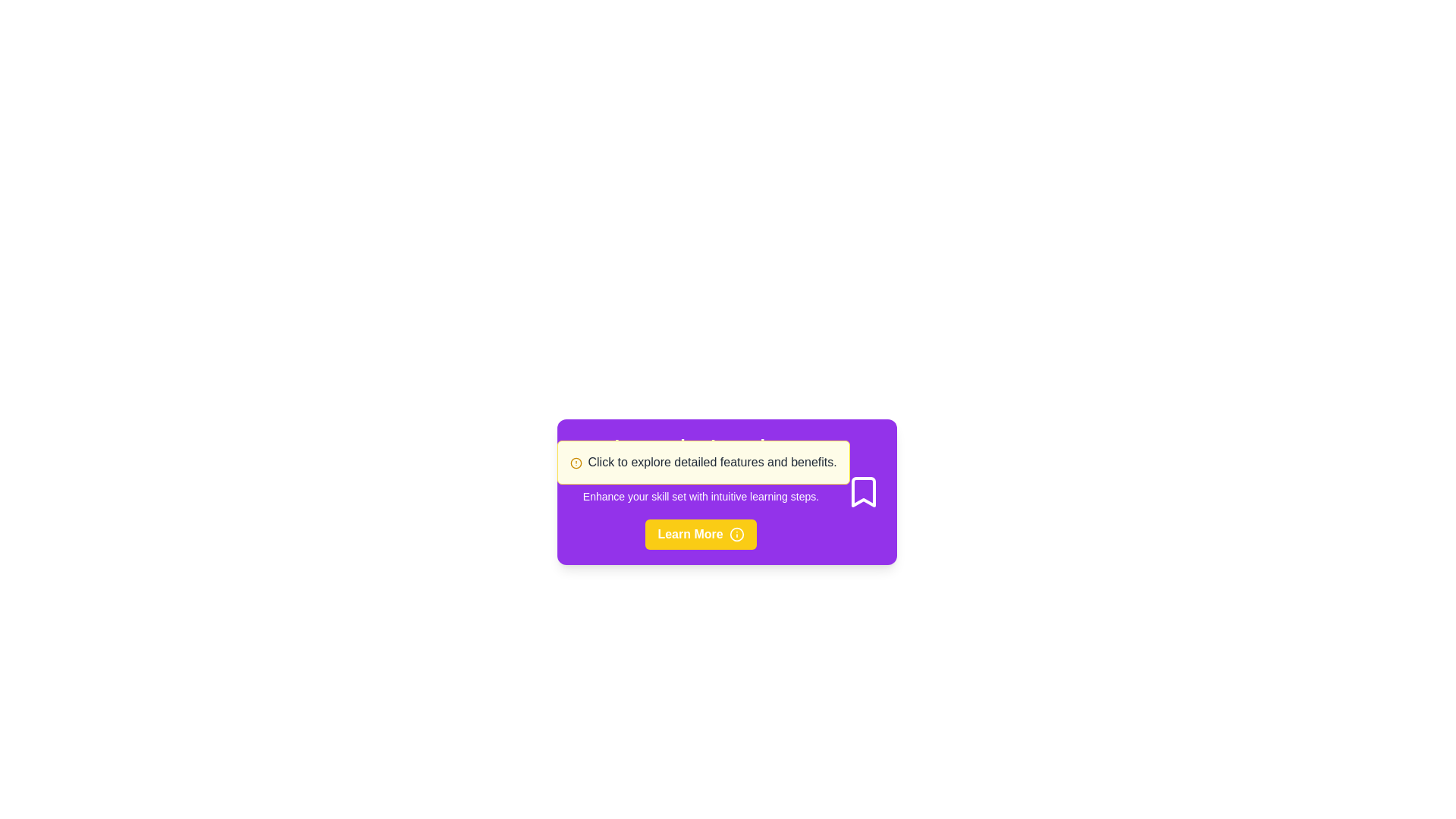  I want to click on text paragraph styled in small font, bright white color against a purple background, located below the title 'Interactive Learning Assistant' and above the 'Learn More' button, so click(700, 497).